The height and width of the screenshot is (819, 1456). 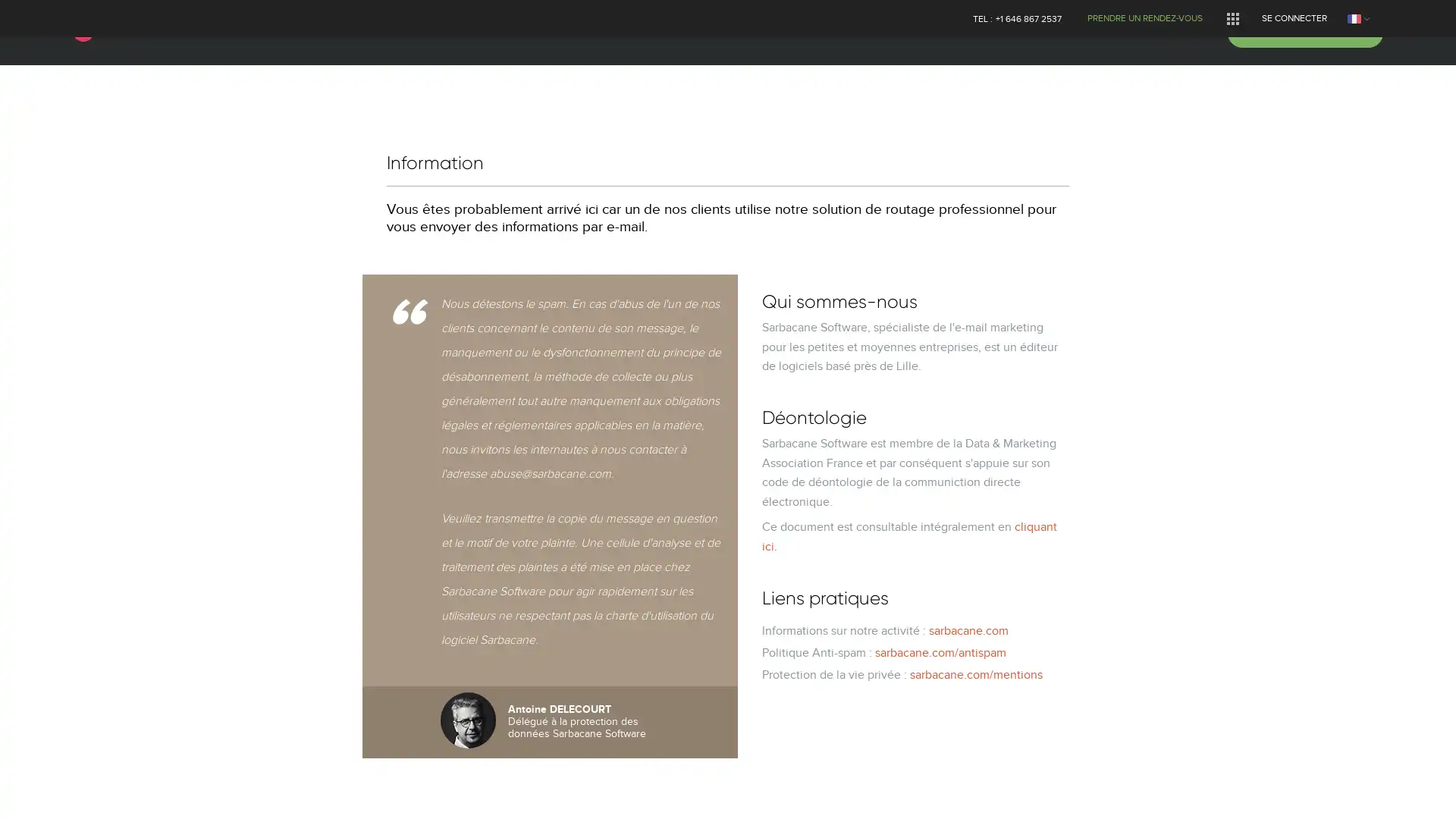 What do you see at coordinates (726, 486) in the screenshot?
I see `Consentements certifies par` at bounding box center [726, 486].